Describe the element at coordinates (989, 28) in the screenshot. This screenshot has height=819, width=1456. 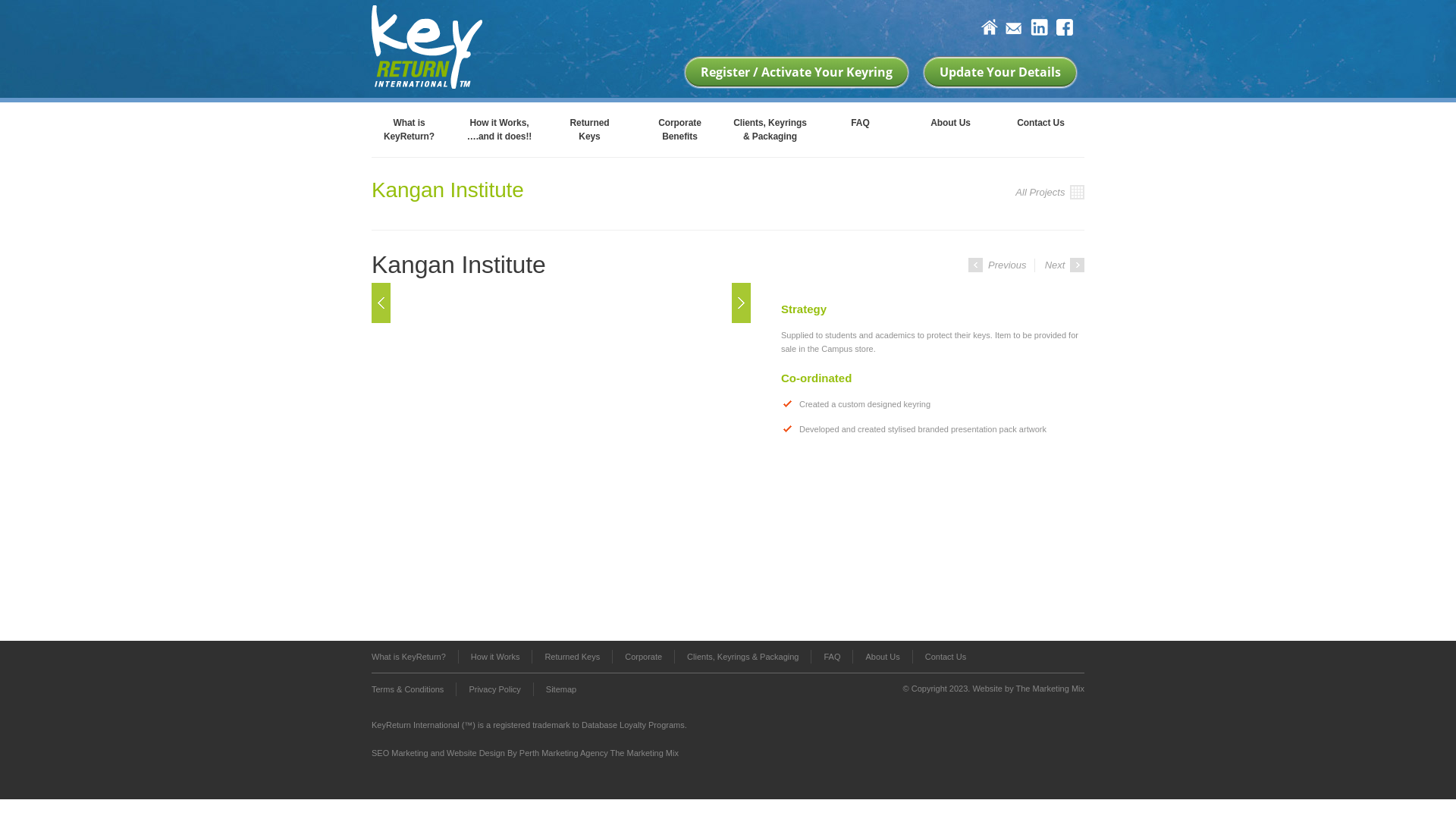
I see `'Home'` at that location.